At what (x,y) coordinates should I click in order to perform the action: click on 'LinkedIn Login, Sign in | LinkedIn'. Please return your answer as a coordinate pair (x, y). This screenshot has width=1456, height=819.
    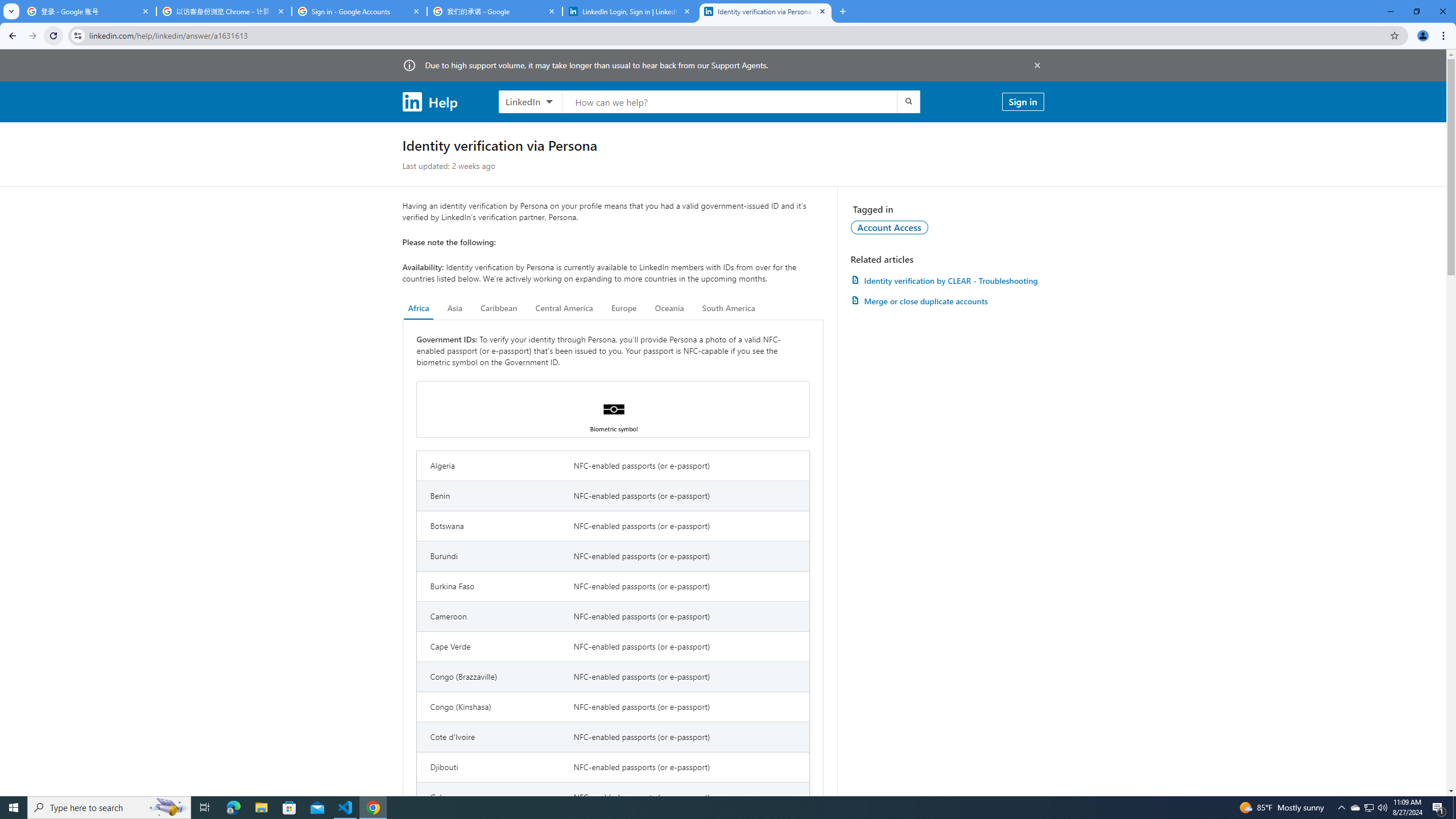
    Looking at the image, I should click on (630, 11).